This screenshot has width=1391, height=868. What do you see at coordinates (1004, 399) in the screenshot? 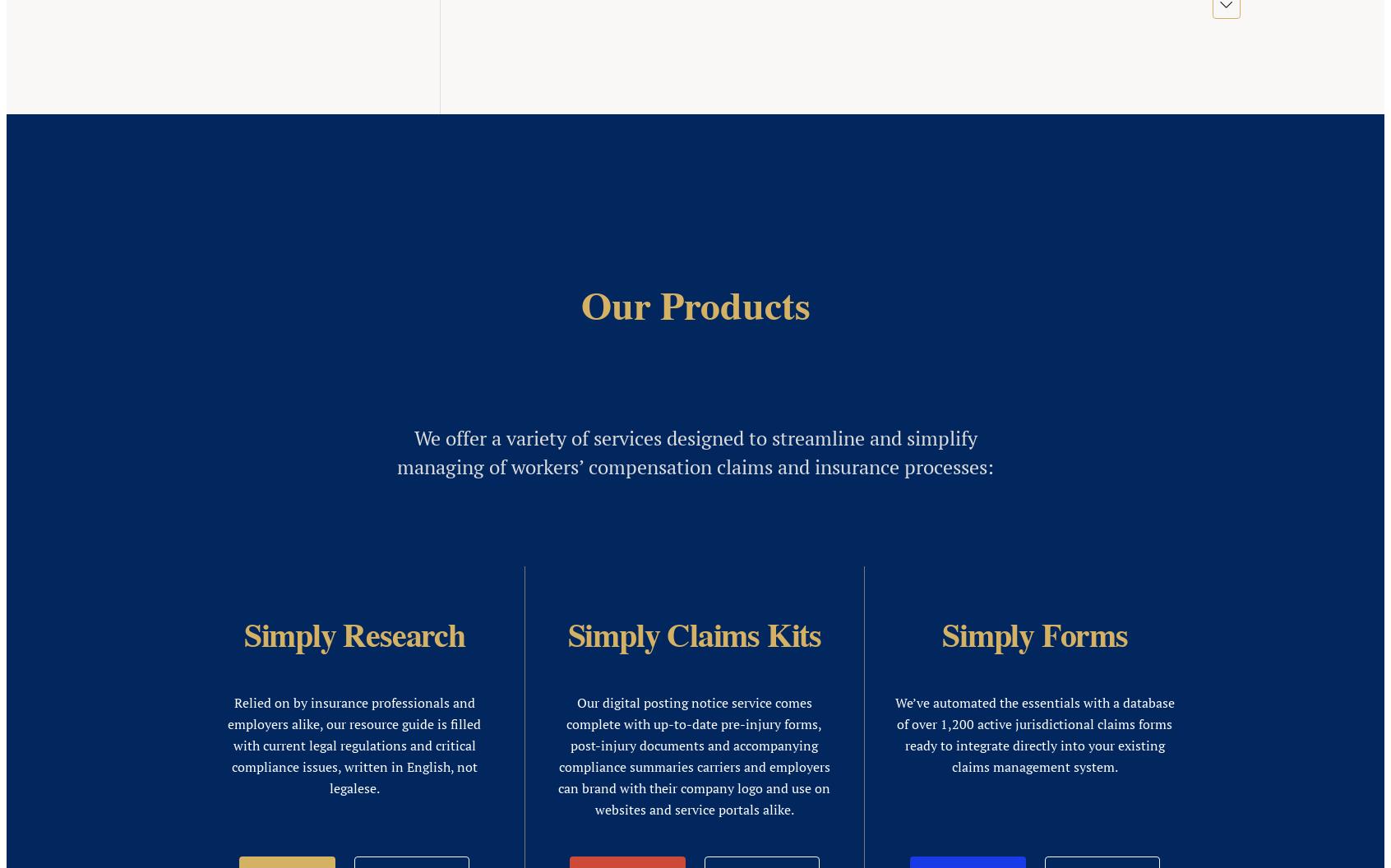
I see `'About Us'` at bounding box center [1004, 399].